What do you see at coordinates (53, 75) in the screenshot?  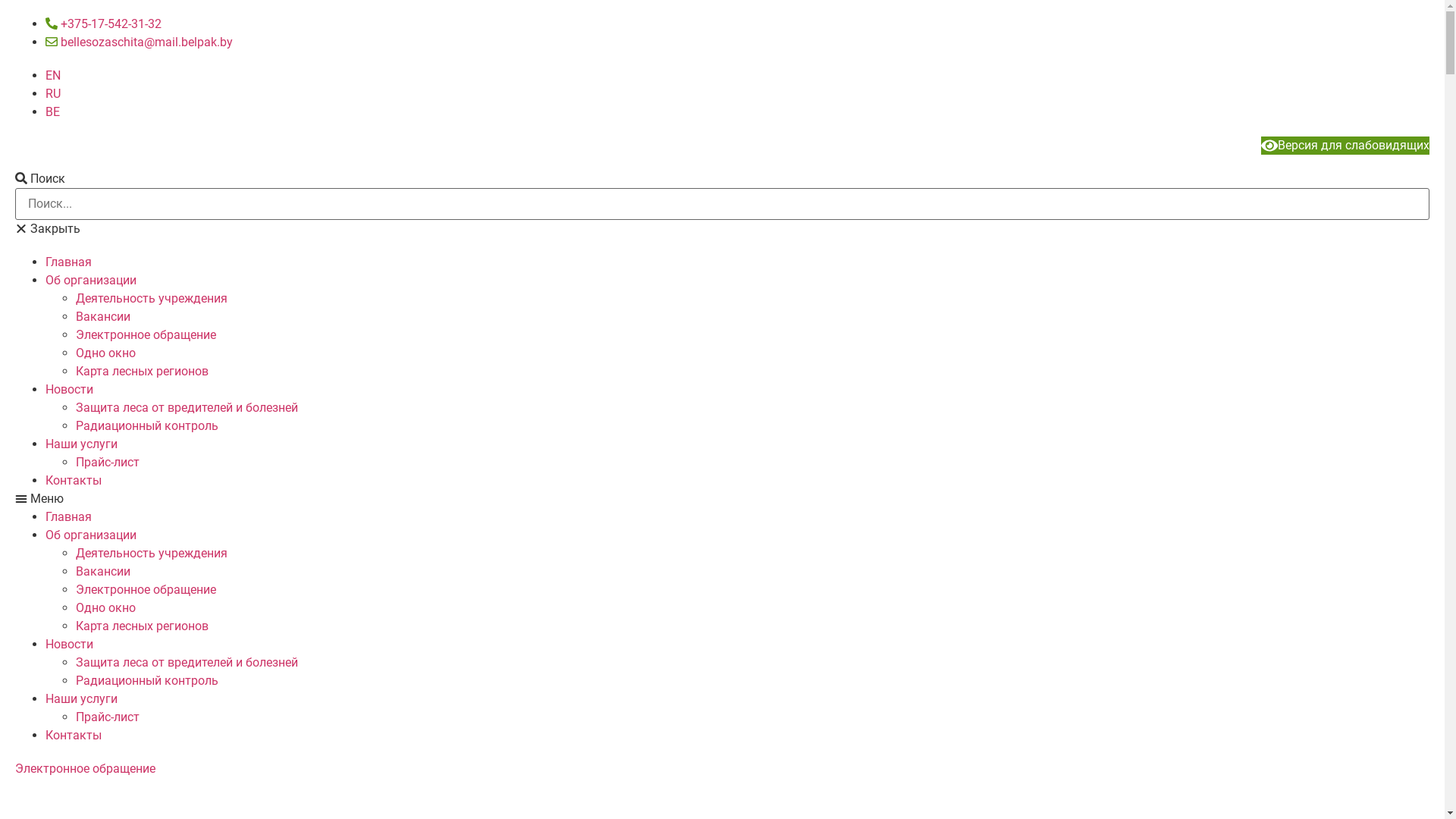 I see `'EN'` at bounding box center [53, 75].